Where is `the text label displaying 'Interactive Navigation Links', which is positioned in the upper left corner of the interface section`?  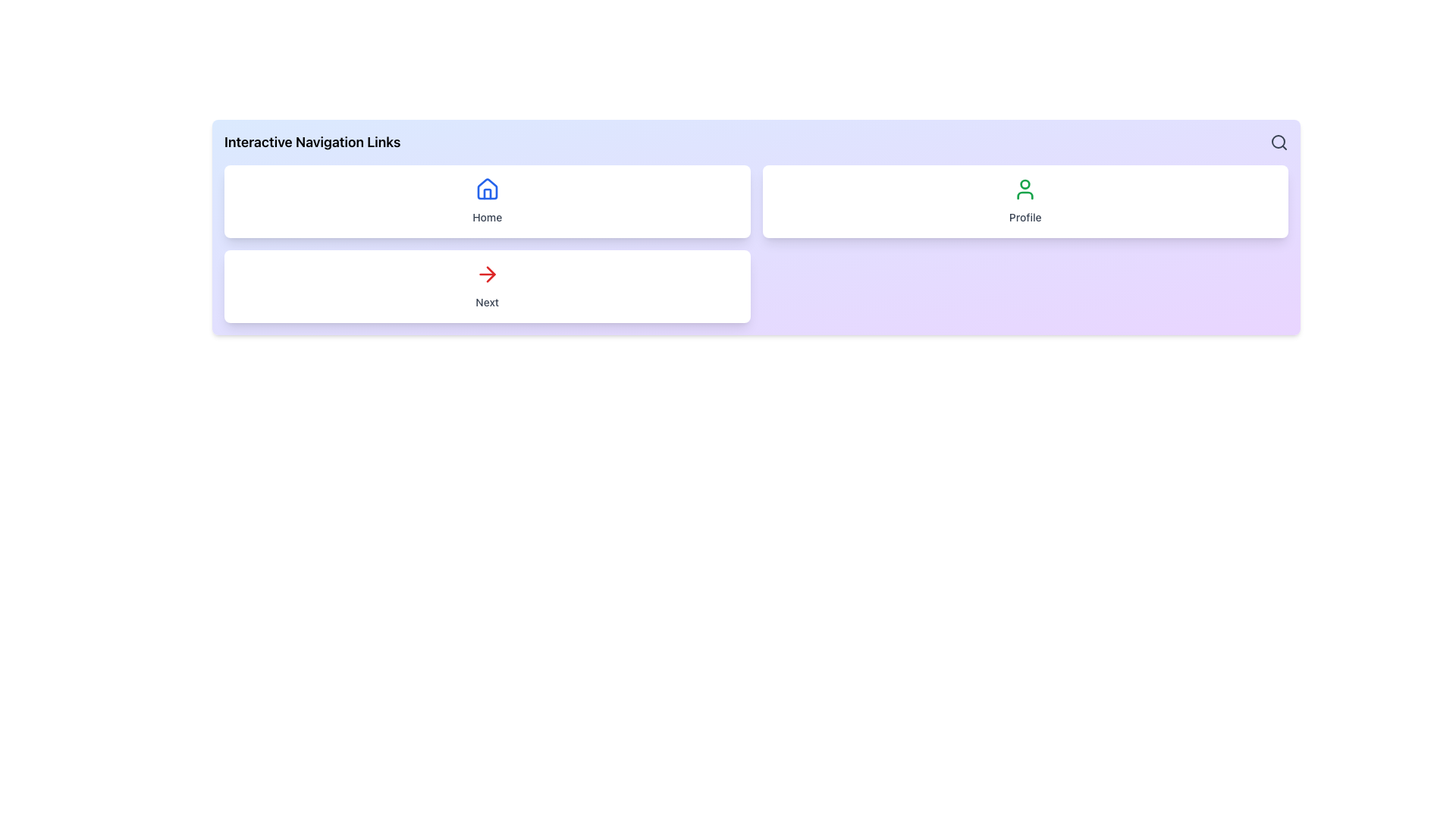 the text label displaying 'Interactive Navigation Links', which is positioned in the upper left corner of the interface section is located at coordinates (312, 143).